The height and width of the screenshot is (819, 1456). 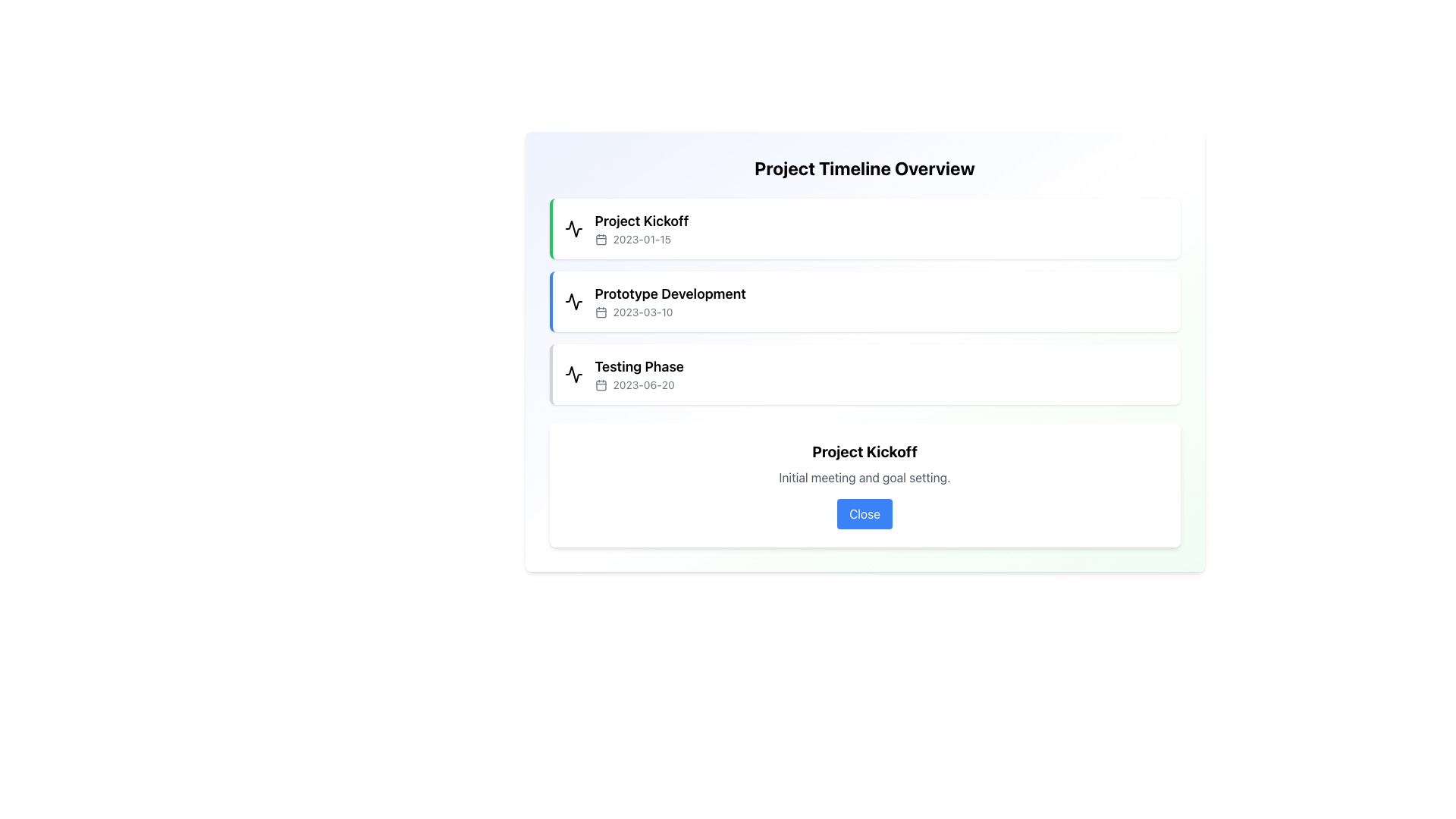 I want to click on the activity icon located in the left section of the 'Prototype Development' entry within the project timeline by moving the cursor to its center, so click(x=573, y=301).